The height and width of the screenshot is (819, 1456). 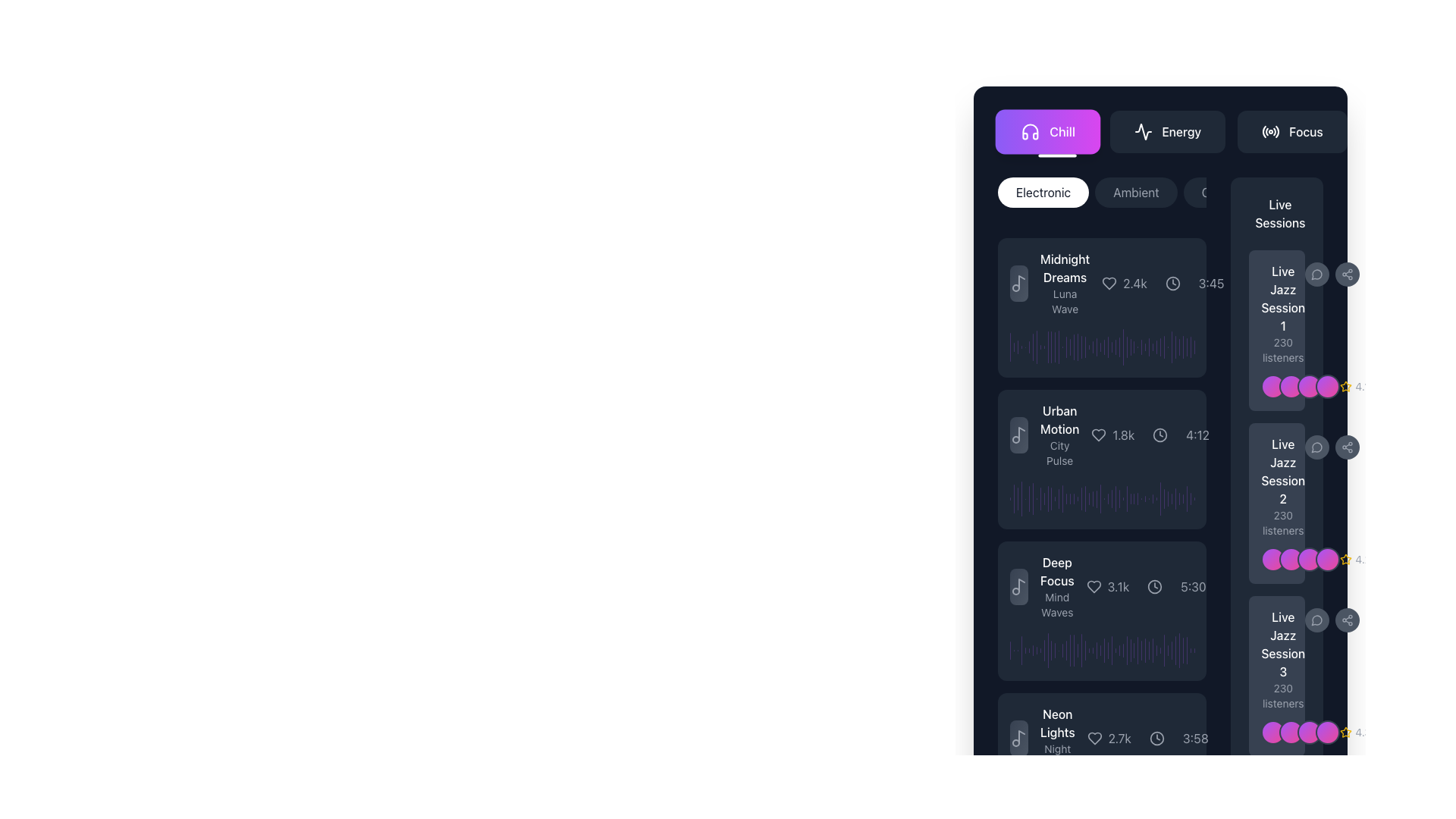 I want to click on the star icon indicating a rating for the 'Live Jazz Session', which is located to the right of the rating text ('4.1'), so click(x=1346, y=385).